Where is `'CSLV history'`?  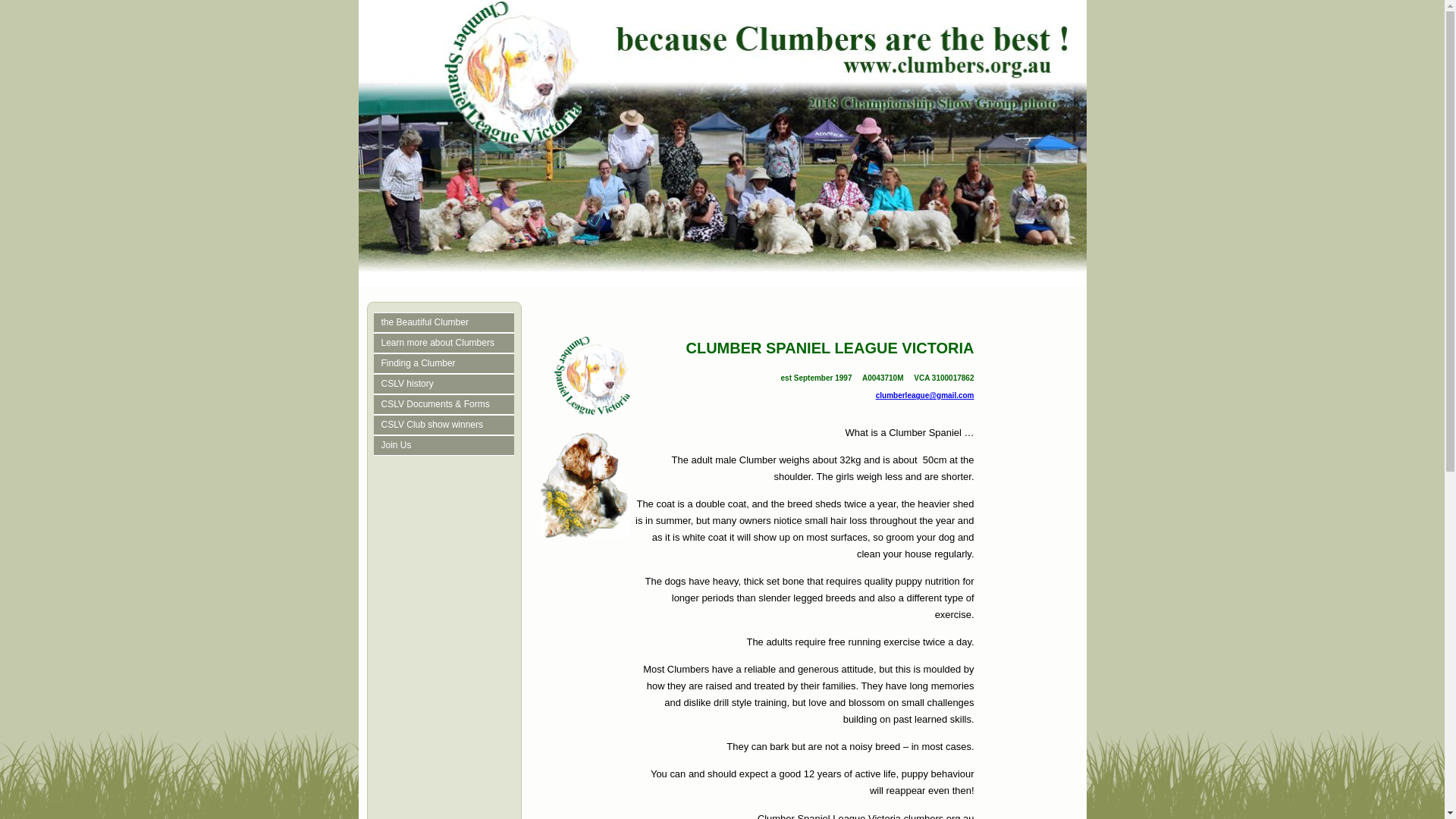
'CSLV history' is located at coordinates (446, 383).